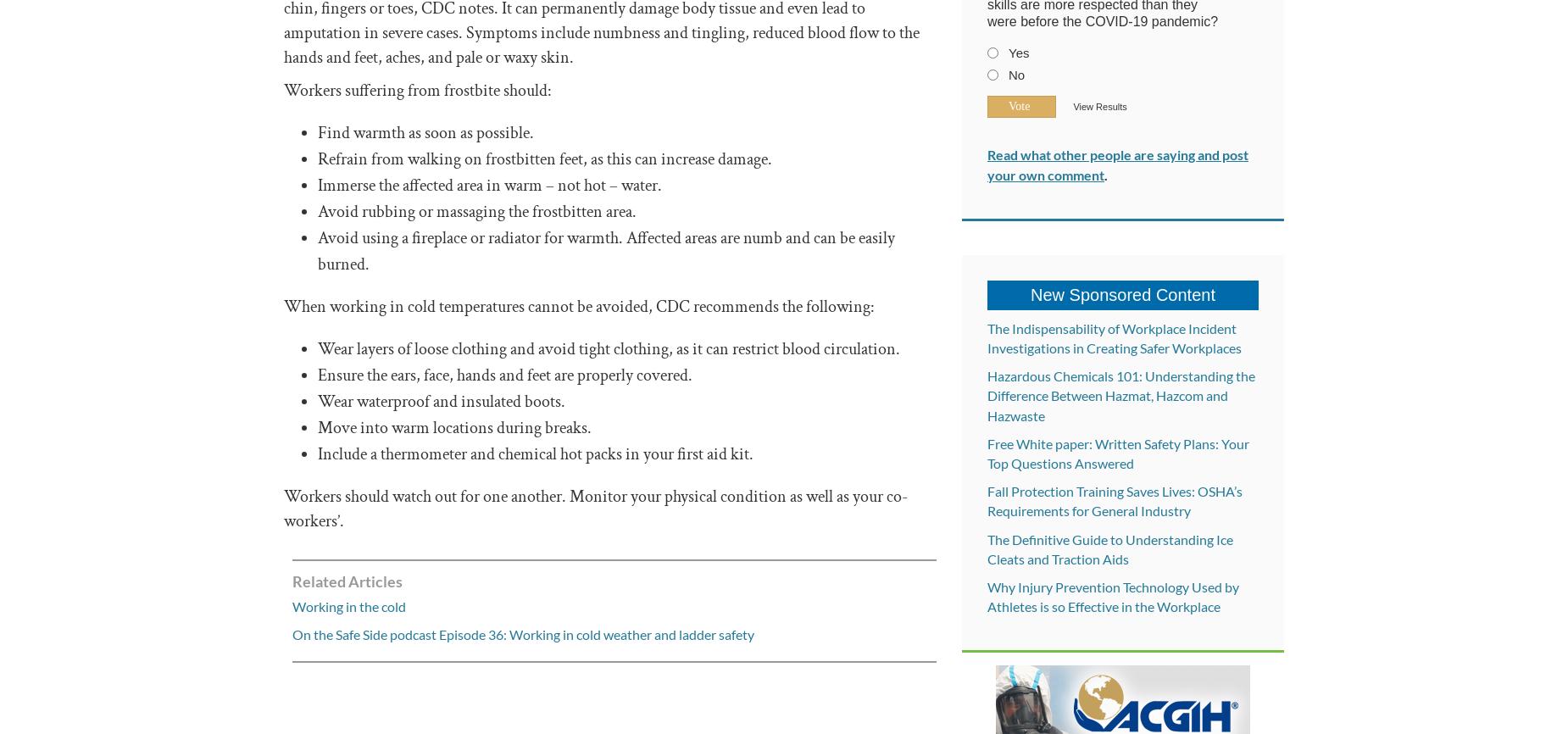 The image size is (1568, 734). What do you see at coordinates (1015, 75) in the screenshot?
I see `'No'` at bounding box center [1015, 75].